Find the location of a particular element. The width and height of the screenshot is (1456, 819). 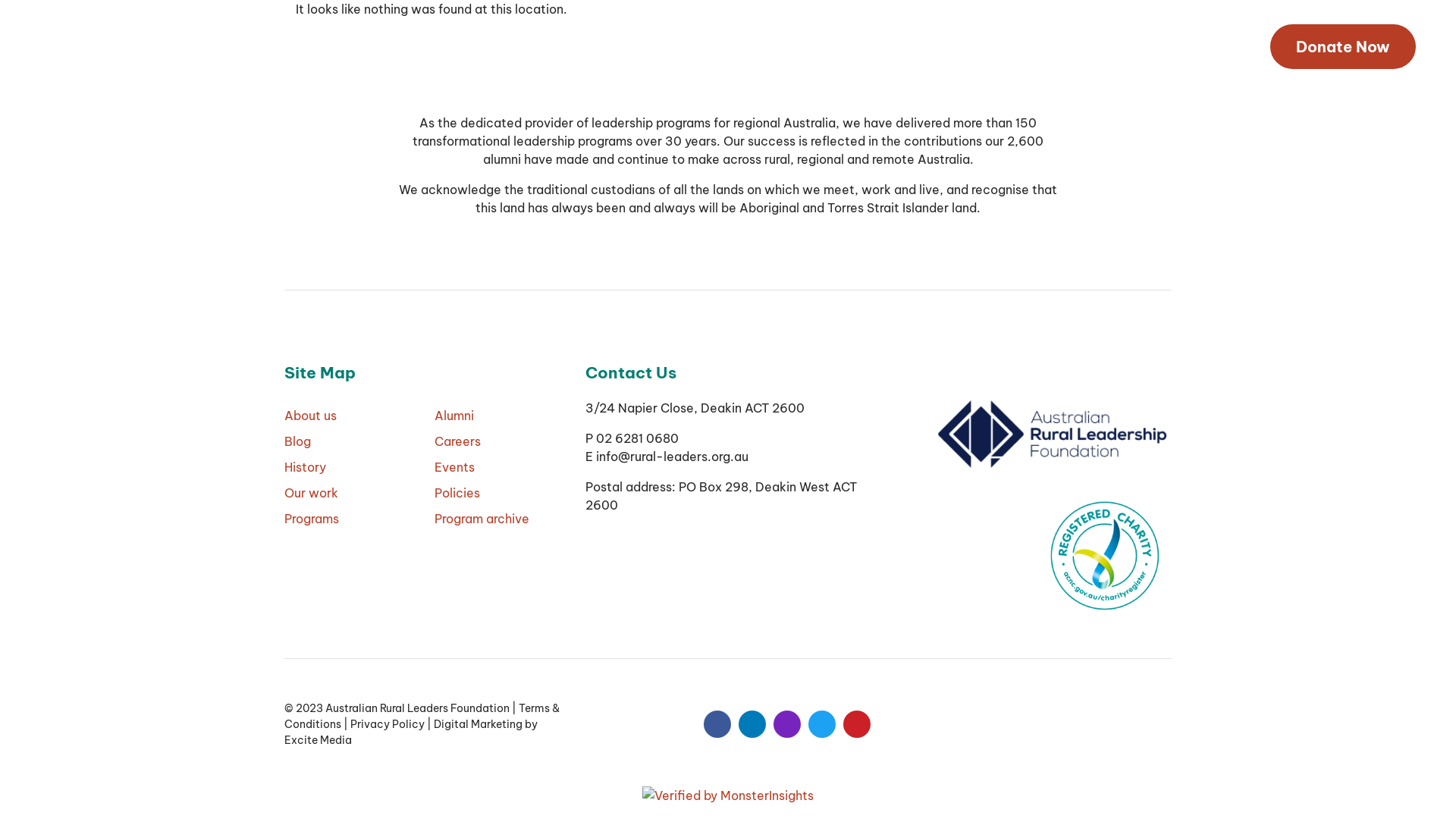

'Policies' is located at coordinates (433, 493).